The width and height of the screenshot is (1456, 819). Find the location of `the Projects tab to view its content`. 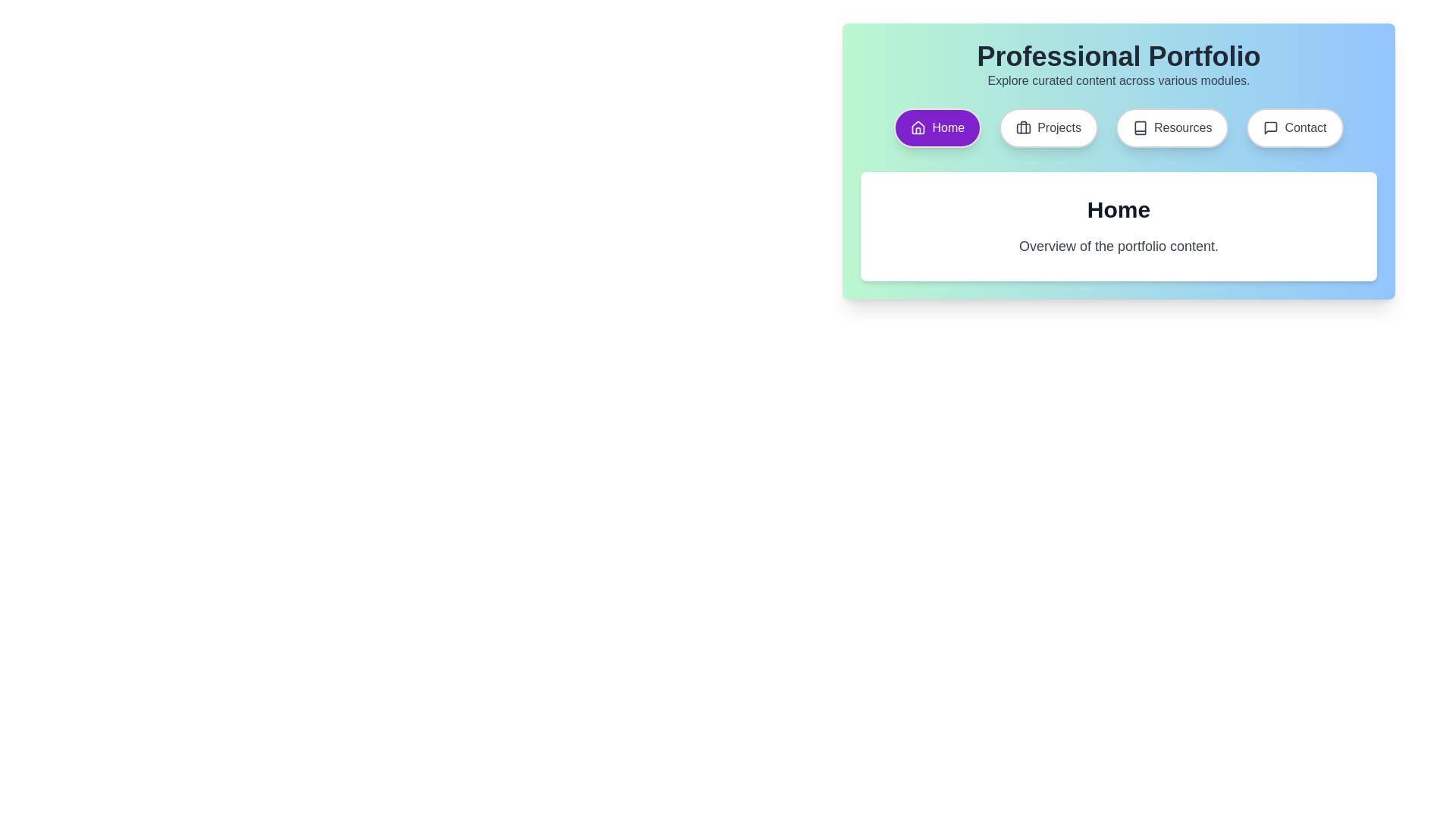

the Projects tab to view its content is located at coordinates (1047, 127).